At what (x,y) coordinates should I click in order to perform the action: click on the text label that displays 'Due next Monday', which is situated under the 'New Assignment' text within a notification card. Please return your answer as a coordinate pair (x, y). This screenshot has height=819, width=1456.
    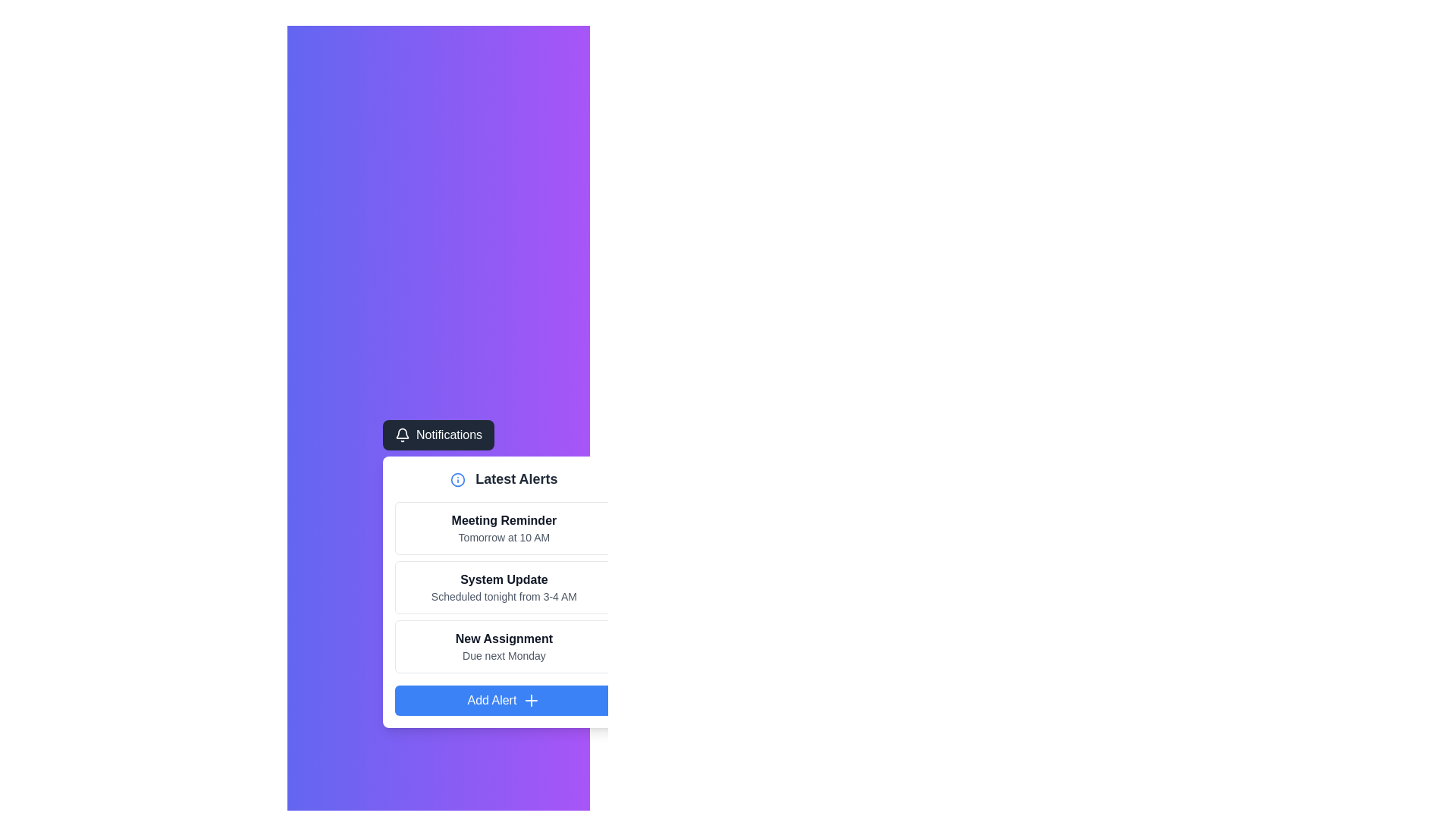
    Looking at the image, I should click on (504, 654).